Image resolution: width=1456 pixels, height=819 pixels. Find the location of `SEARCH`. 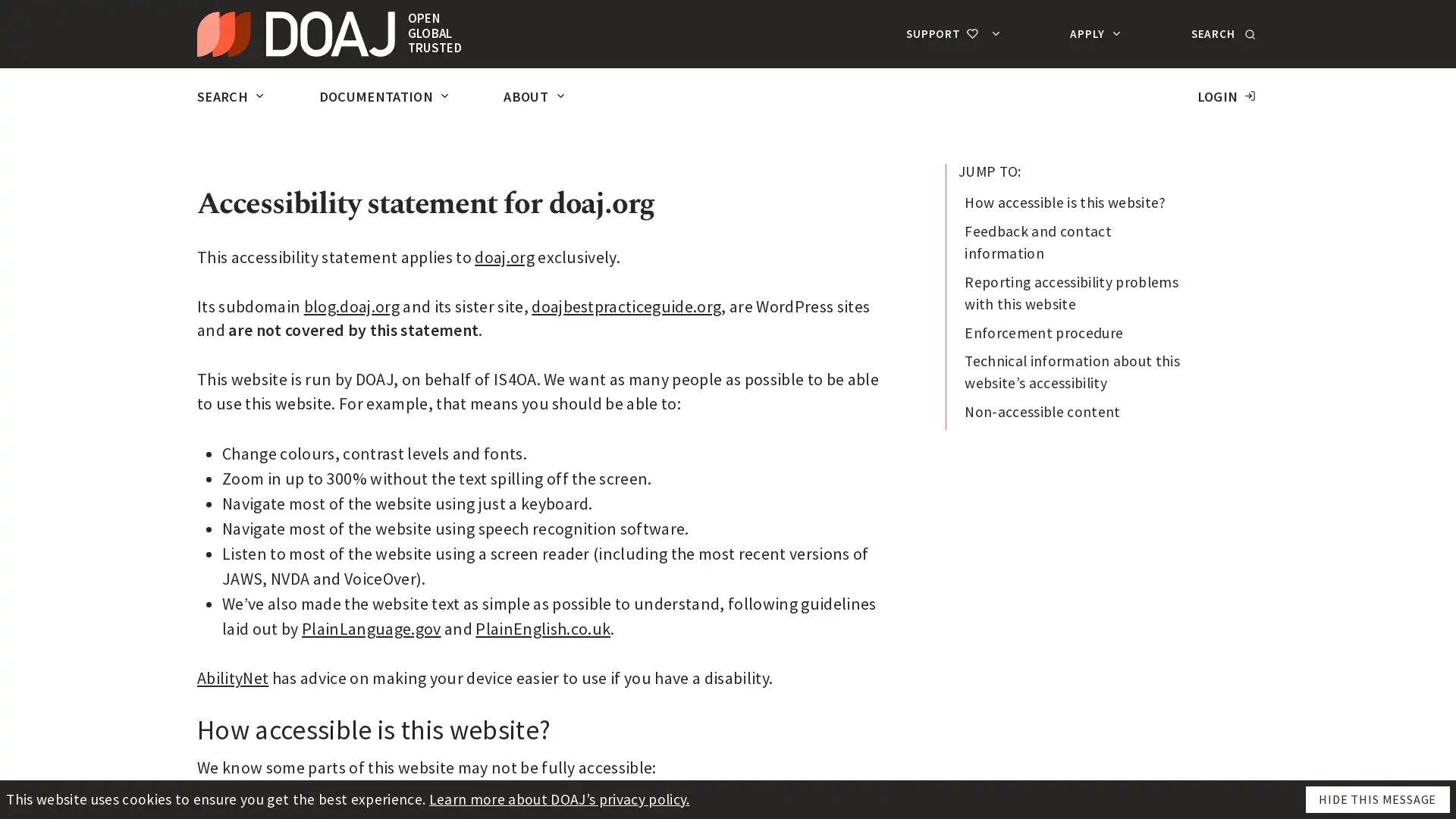

SEARCH is located at coordinates (1221, 33).